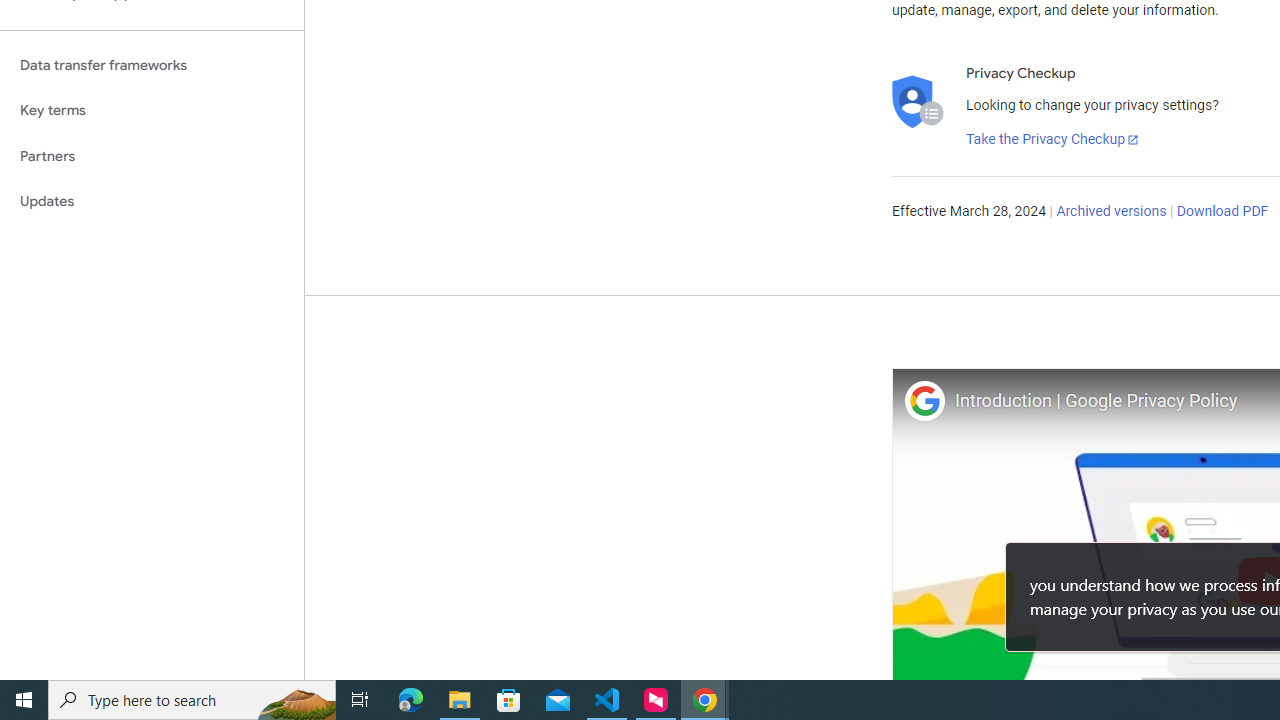 This screenshot has width=1280, height=720. I want to click on 'Archived versions', so click(1110, 212).